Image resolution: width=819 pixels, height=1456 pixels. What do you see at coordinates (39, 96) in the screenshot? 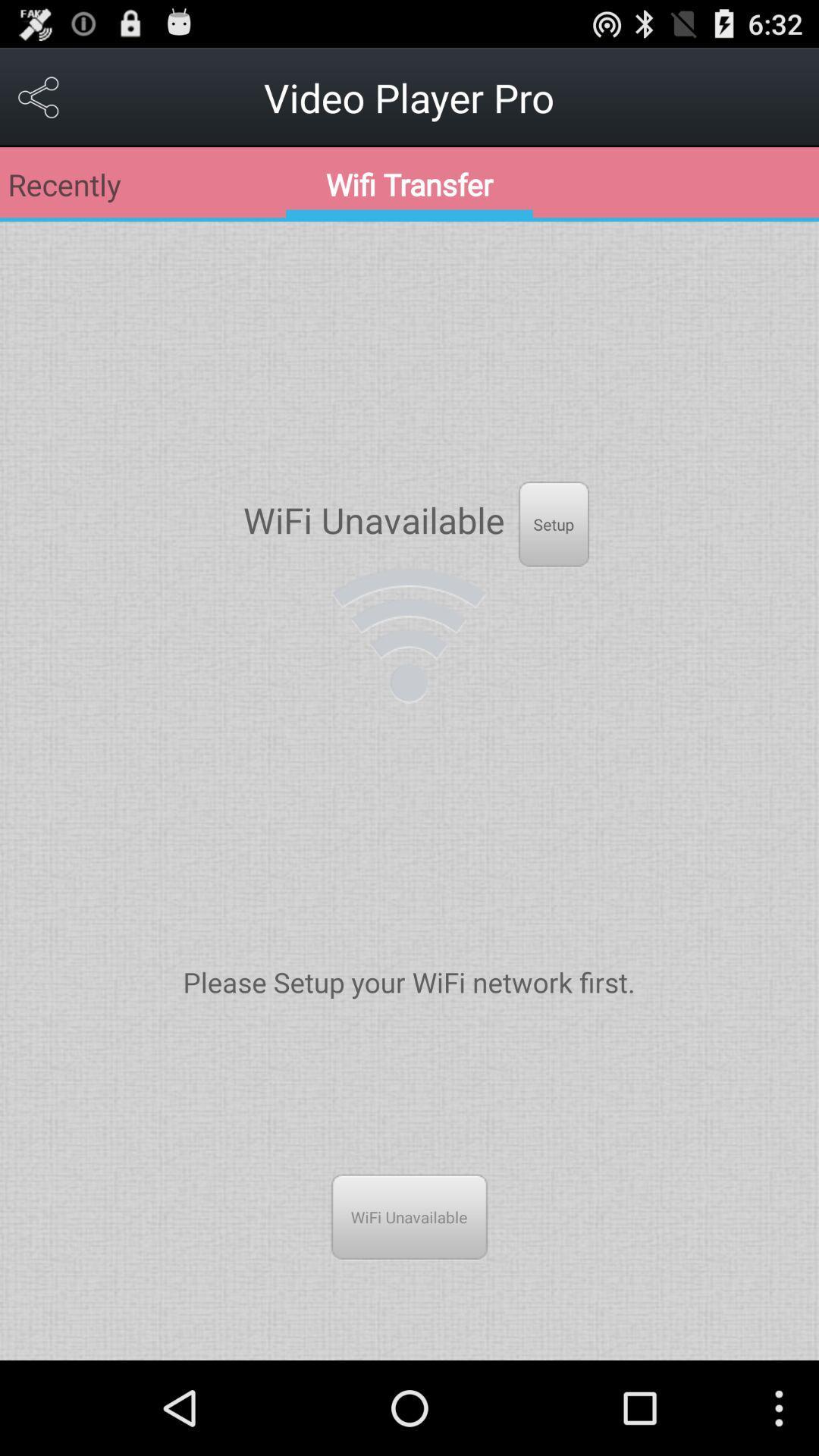
I see `the item at the top left corner` at bounding box center [39, 96].